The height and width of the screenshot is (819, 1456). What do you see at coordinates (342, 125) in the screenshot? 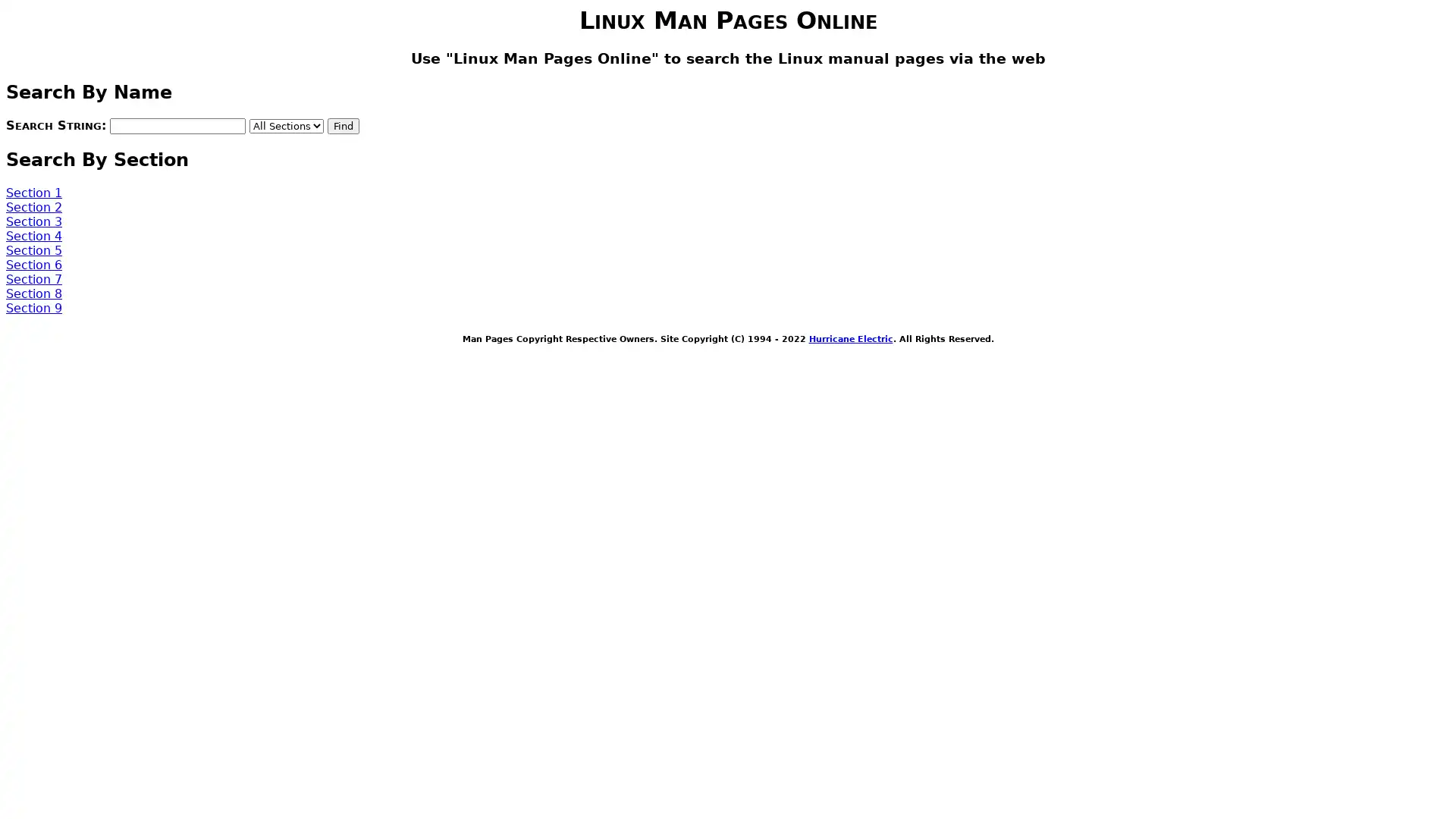
I see `Find` at bounding box center [342, 125].